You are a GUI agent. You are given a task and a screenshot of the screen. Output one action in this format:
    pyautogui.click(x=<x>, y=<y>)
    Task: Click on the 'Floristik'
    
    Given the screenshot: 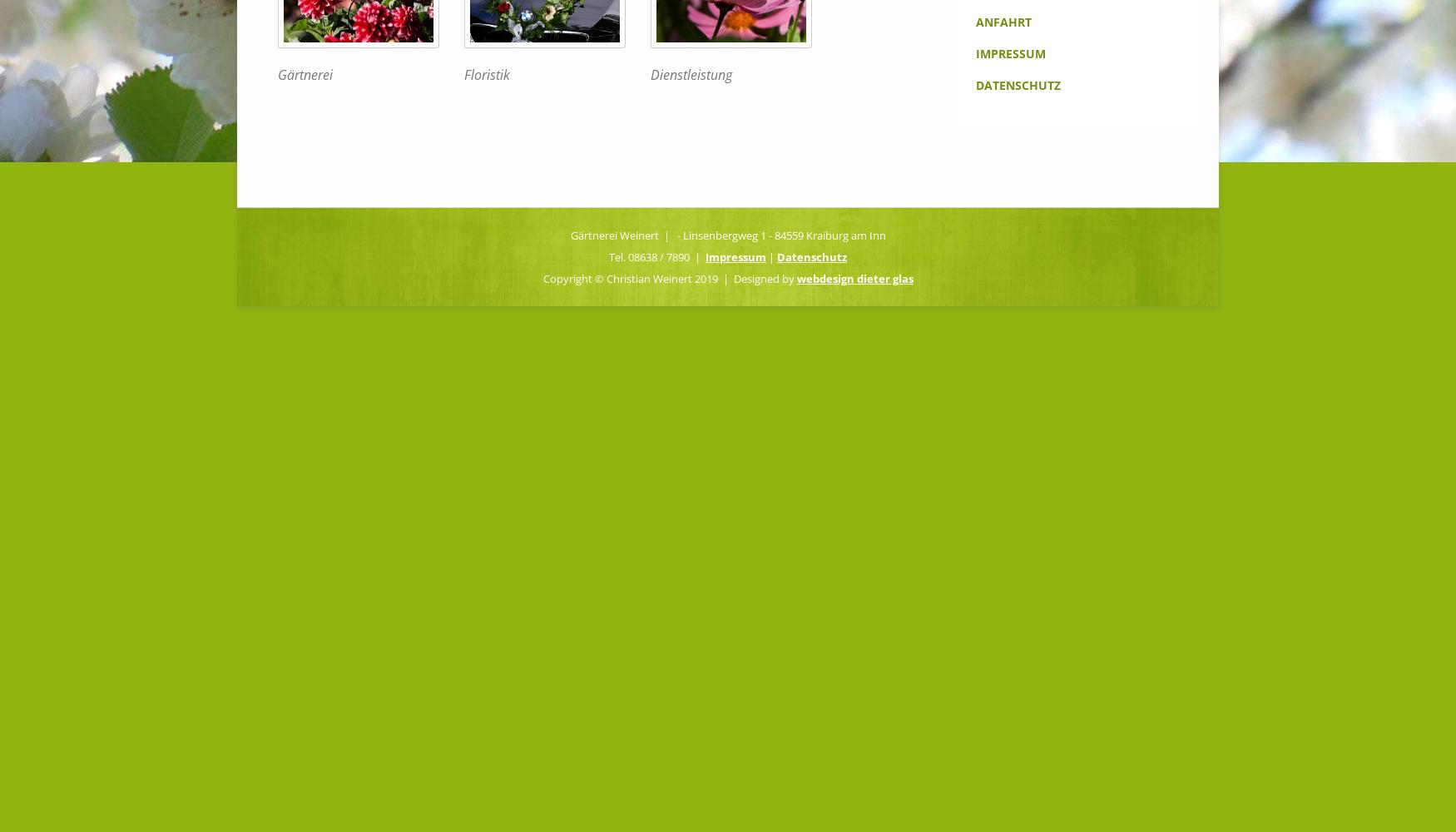 What is the action you would take?
    pyautogui.click(x=487, y=73)
    